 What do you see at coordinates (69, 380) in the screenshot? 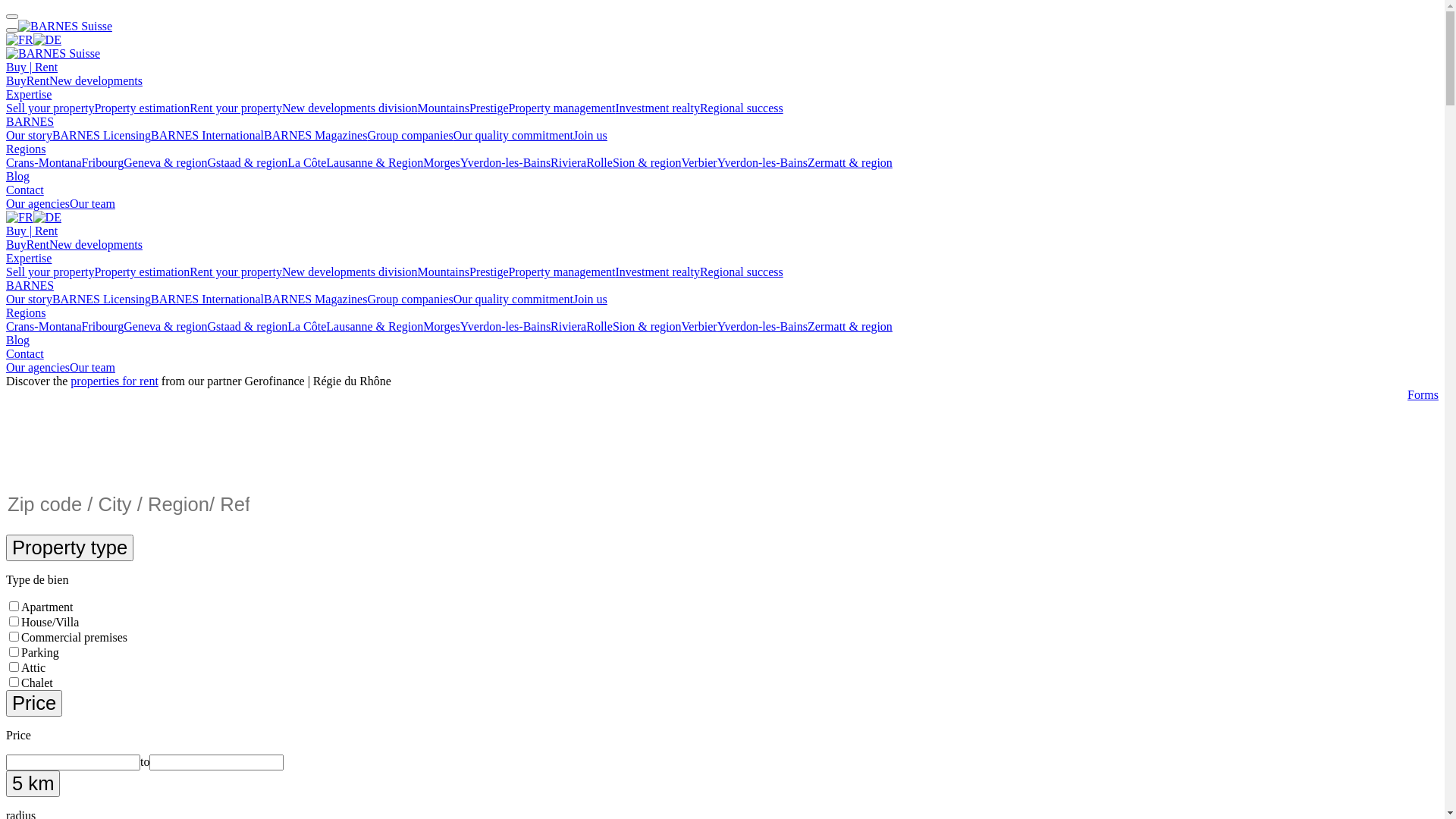
I see `'properties for rent'` at bounding box center [69, 380].